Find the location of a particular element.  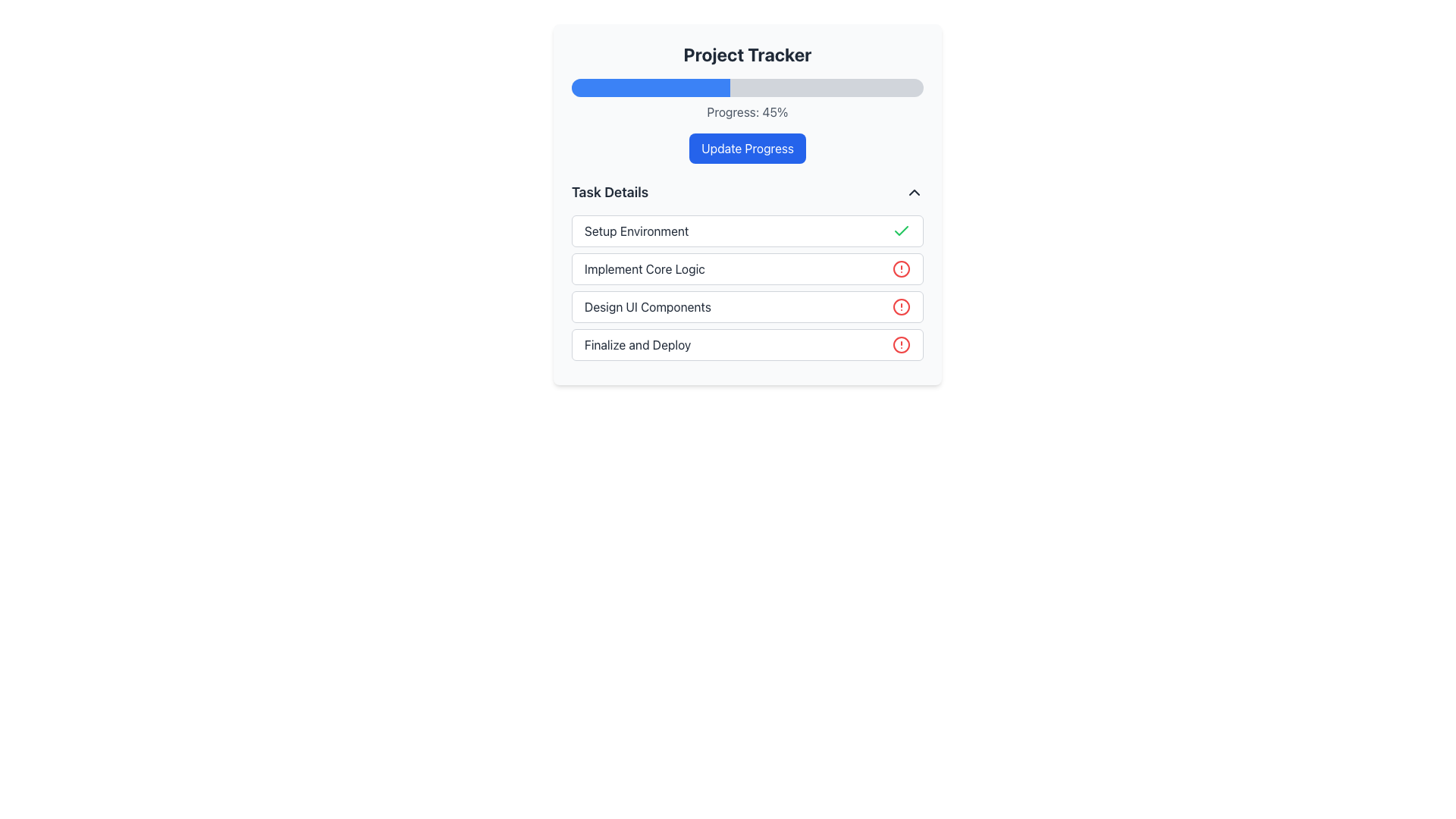

the warning icon located at the right end of the 'Implement Core Logic' list item in the 'Task Details' section is located at coordinates (902, 268).